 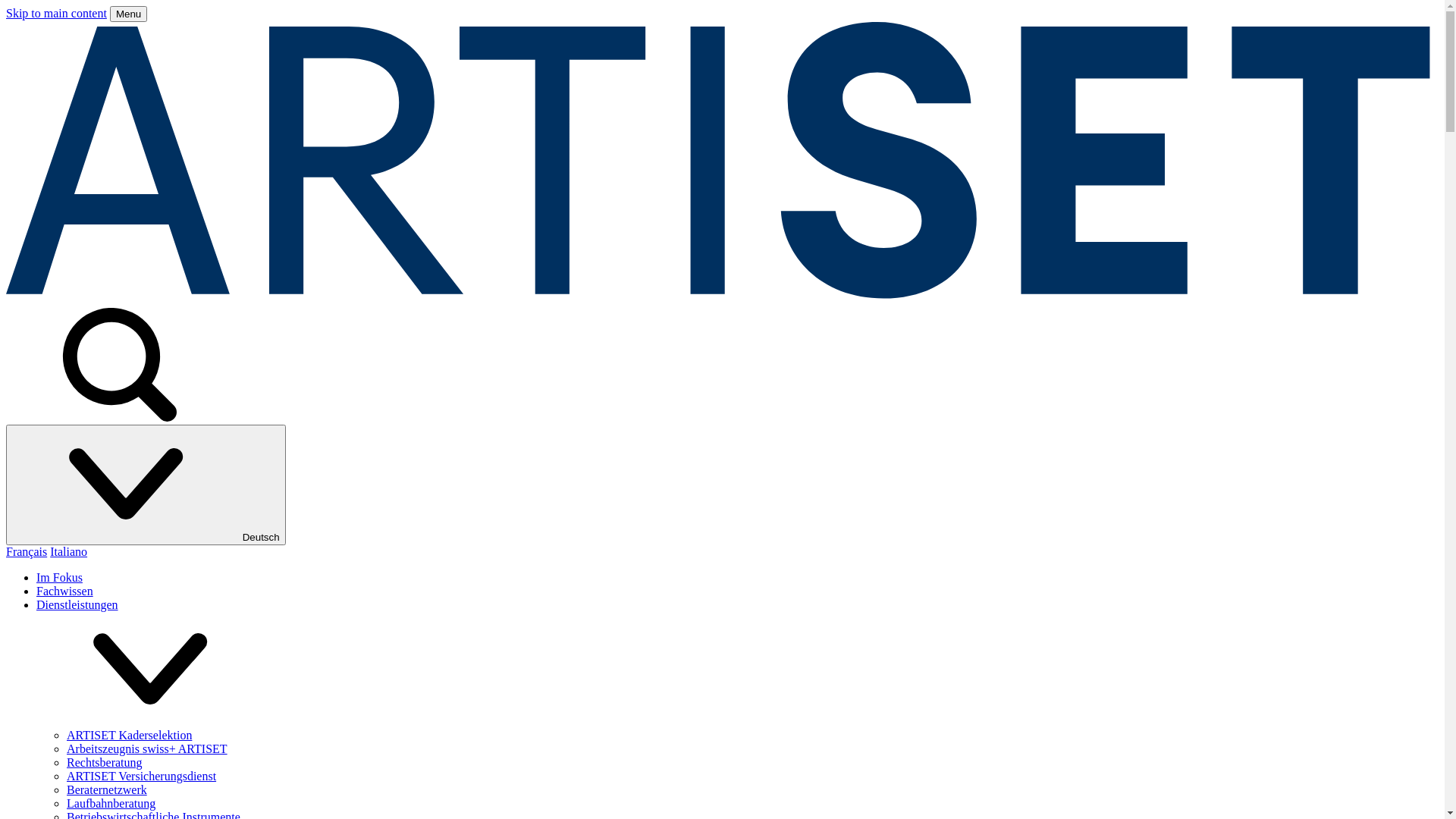 I want to click on 'Menu', so click(x=108, y=14).